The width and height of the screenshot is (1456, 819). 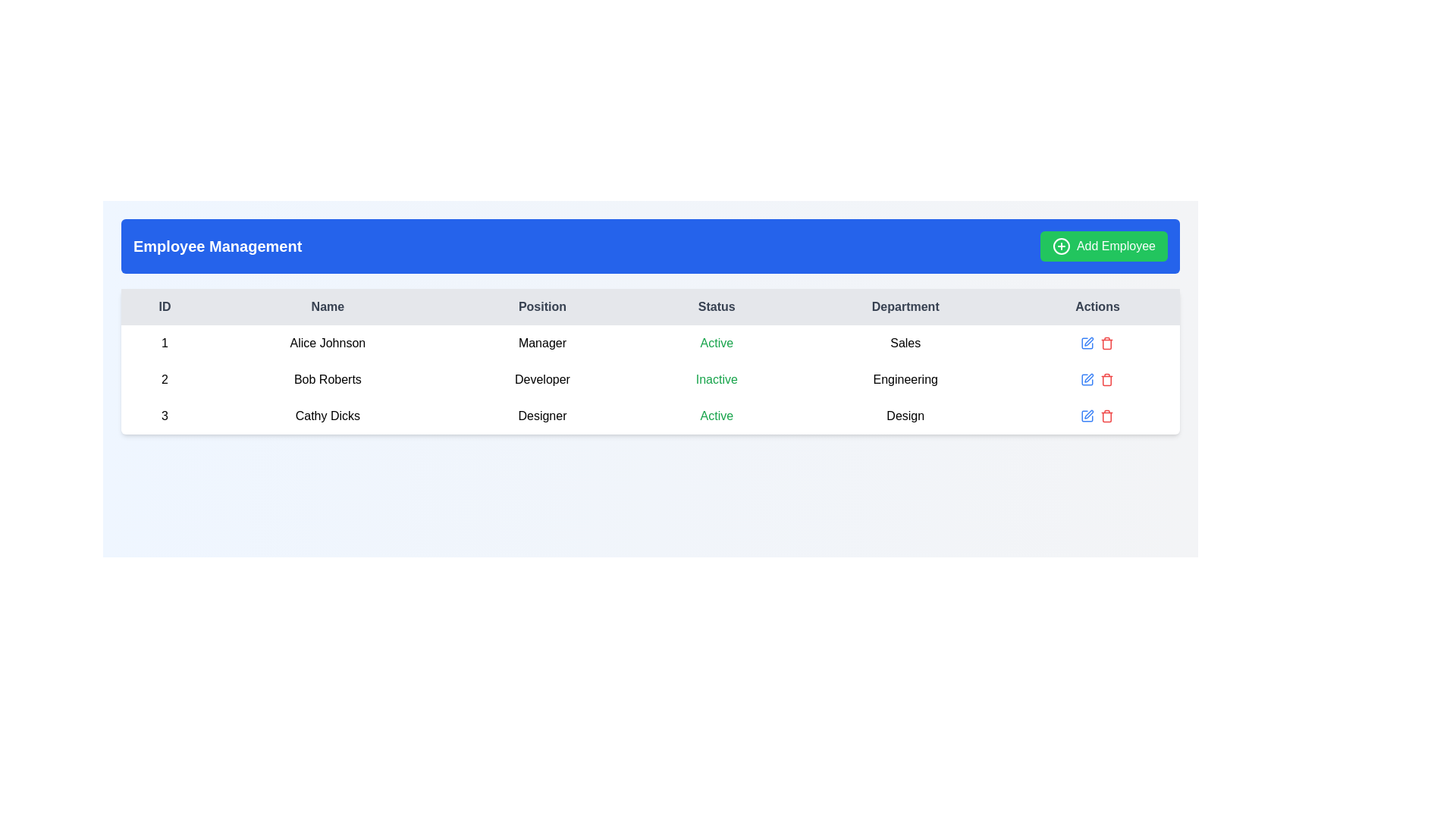 What do you see at coordinates (905, 416) in the screenshot?
I see `the 'Design' text label located in the 'Department' column for the entry with ID '3' and Name 'Cathy Dicks'` at bounding box center [905, 416].